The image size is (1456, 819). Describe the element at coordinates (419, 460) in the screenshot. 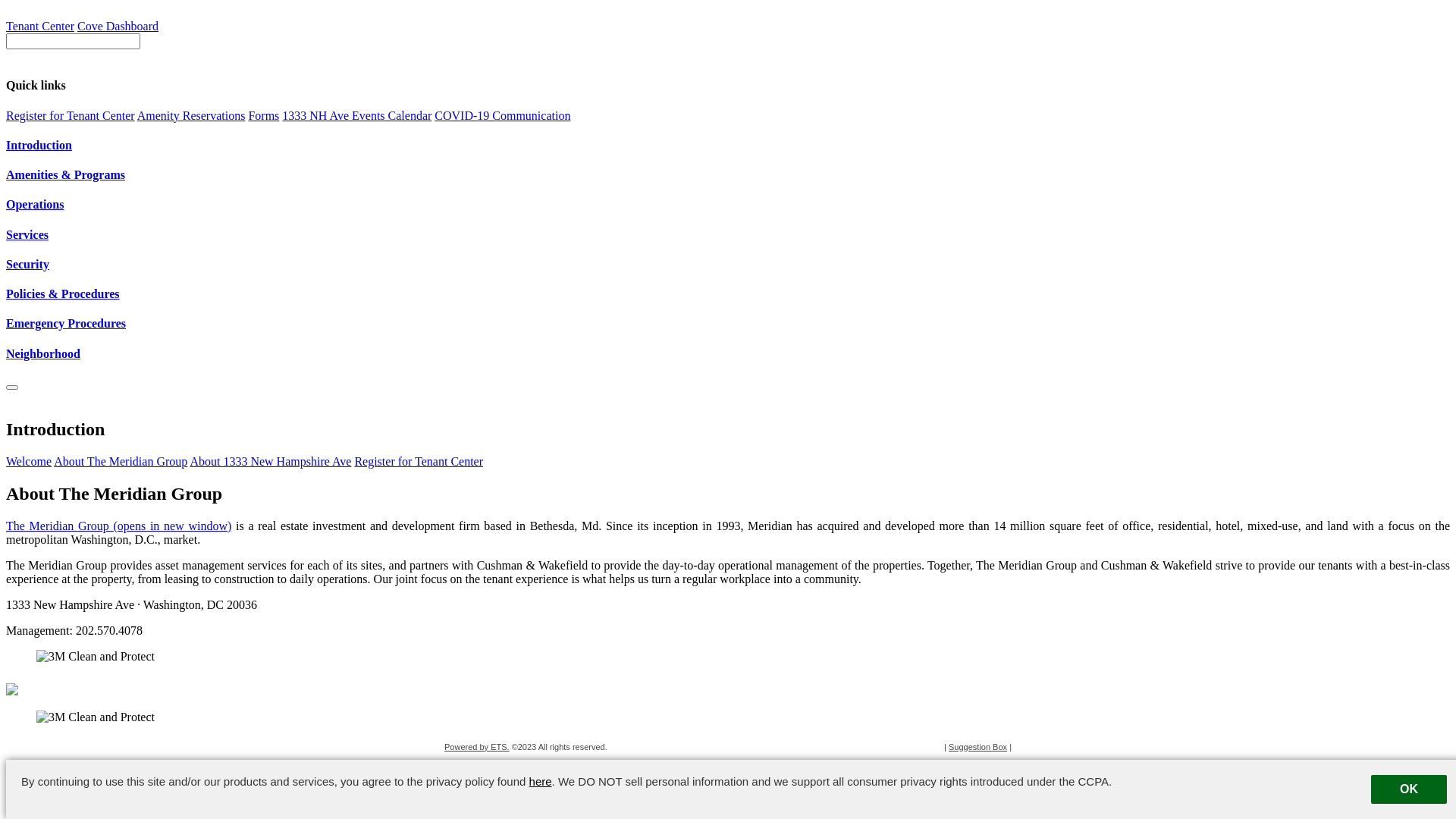

I see `'Register for Tenant Center'` at that location.